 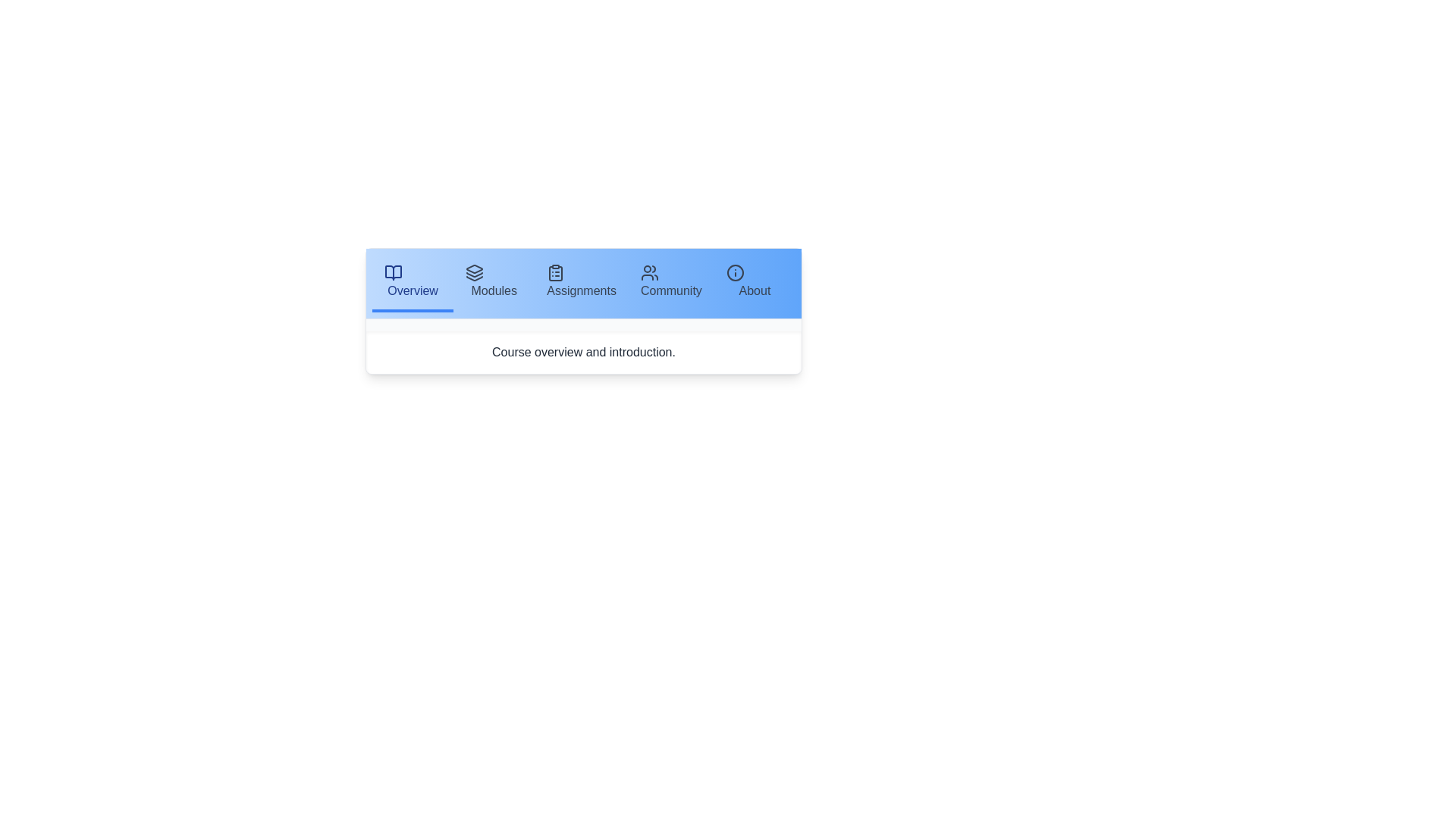 What do you see at coordinates (649, 271) in the screenshot?
I see `the community icon located in the fourth navigation tab from the left, which directs to the community section` at bounding box center [649, 271].